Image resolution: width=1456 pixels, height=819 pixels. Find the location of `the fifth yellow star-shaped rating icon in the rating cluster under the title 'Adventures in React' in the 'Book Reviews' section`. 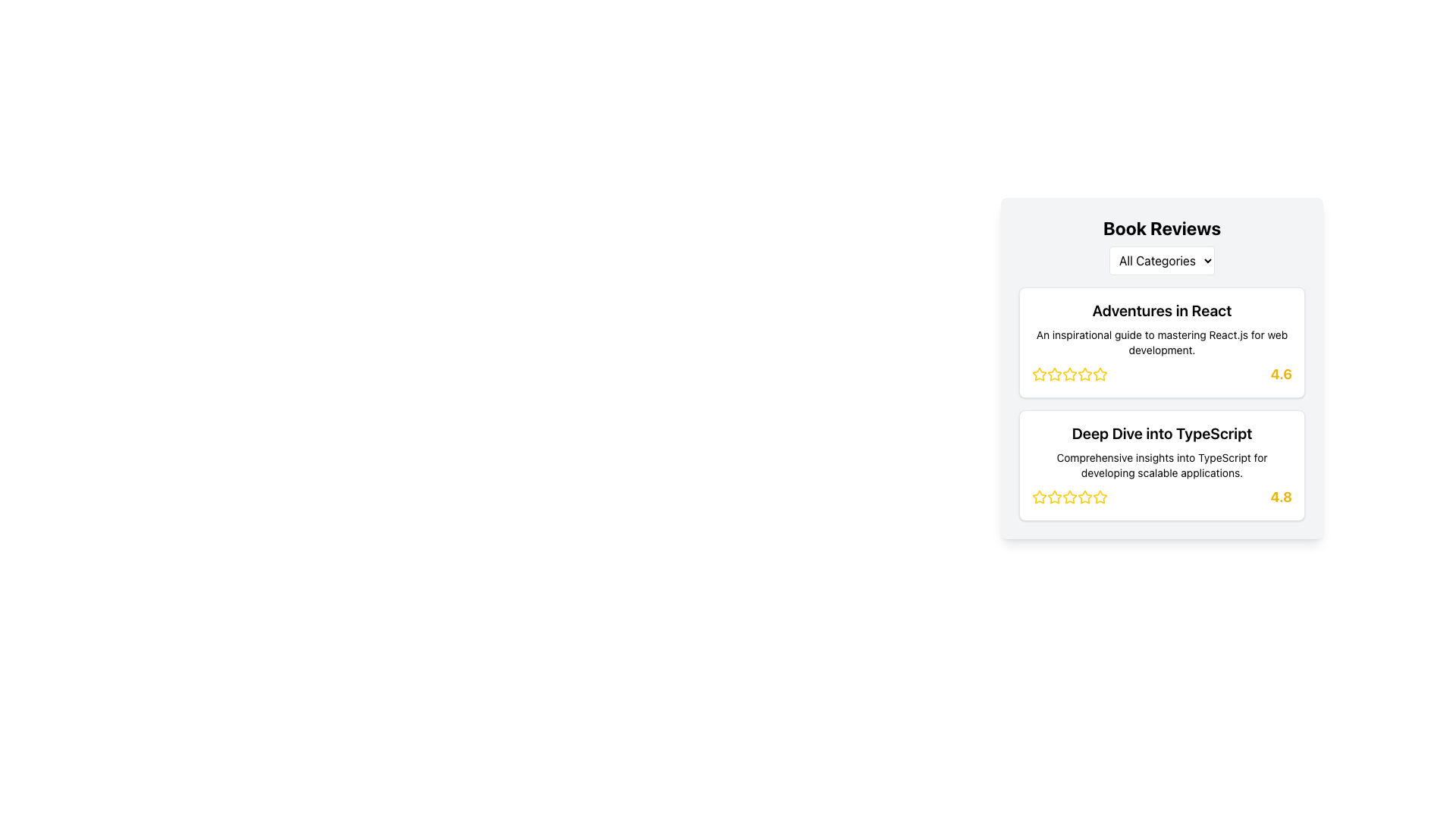

the fifth yellow star-shaped rating icon in the rating cluster under the title 'Adventures in React' in the 'Book Reviews' section is located at coordinates (1084, 374).